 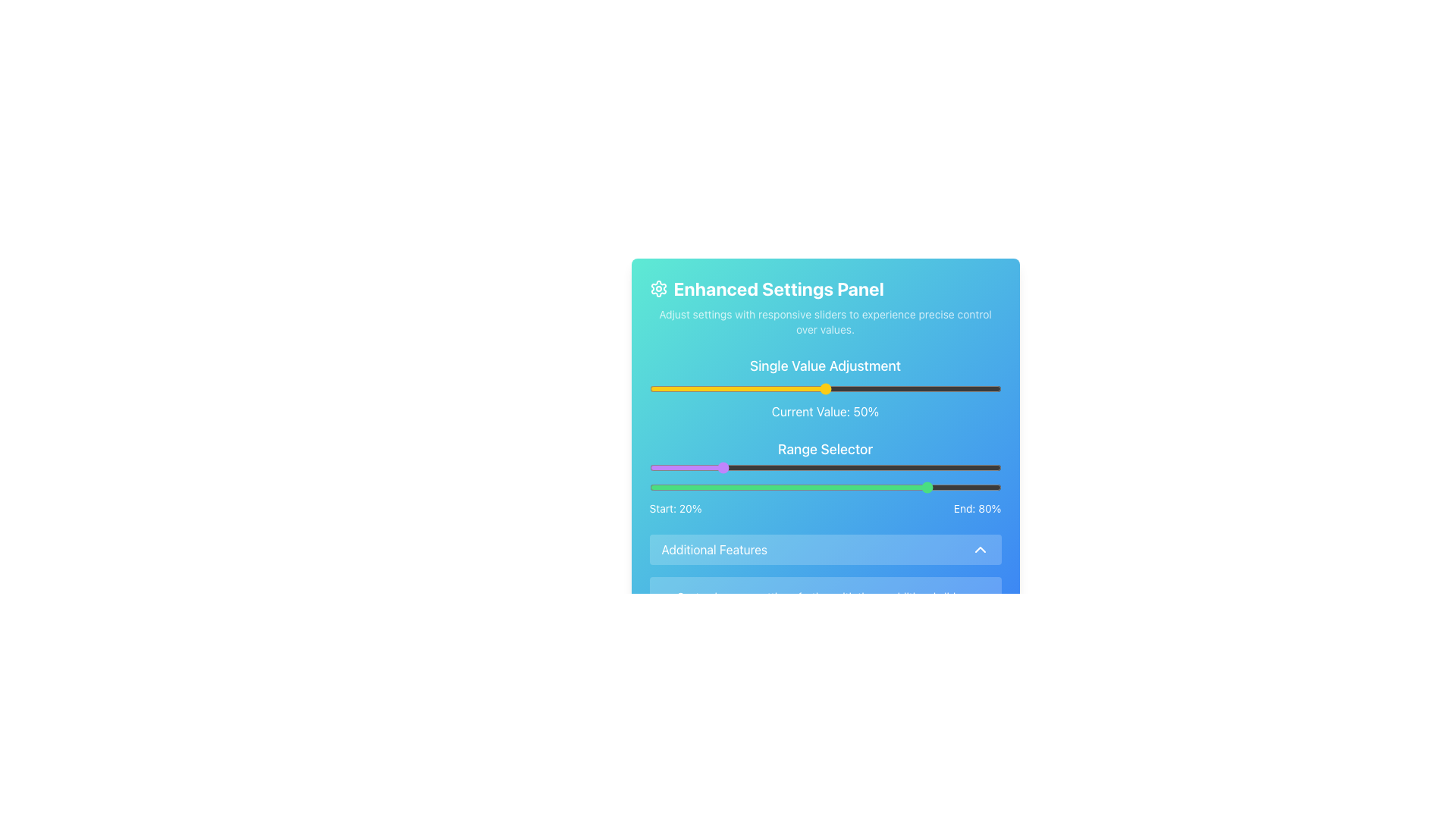 I want to click on the range slider, so click(x=864, y=467).